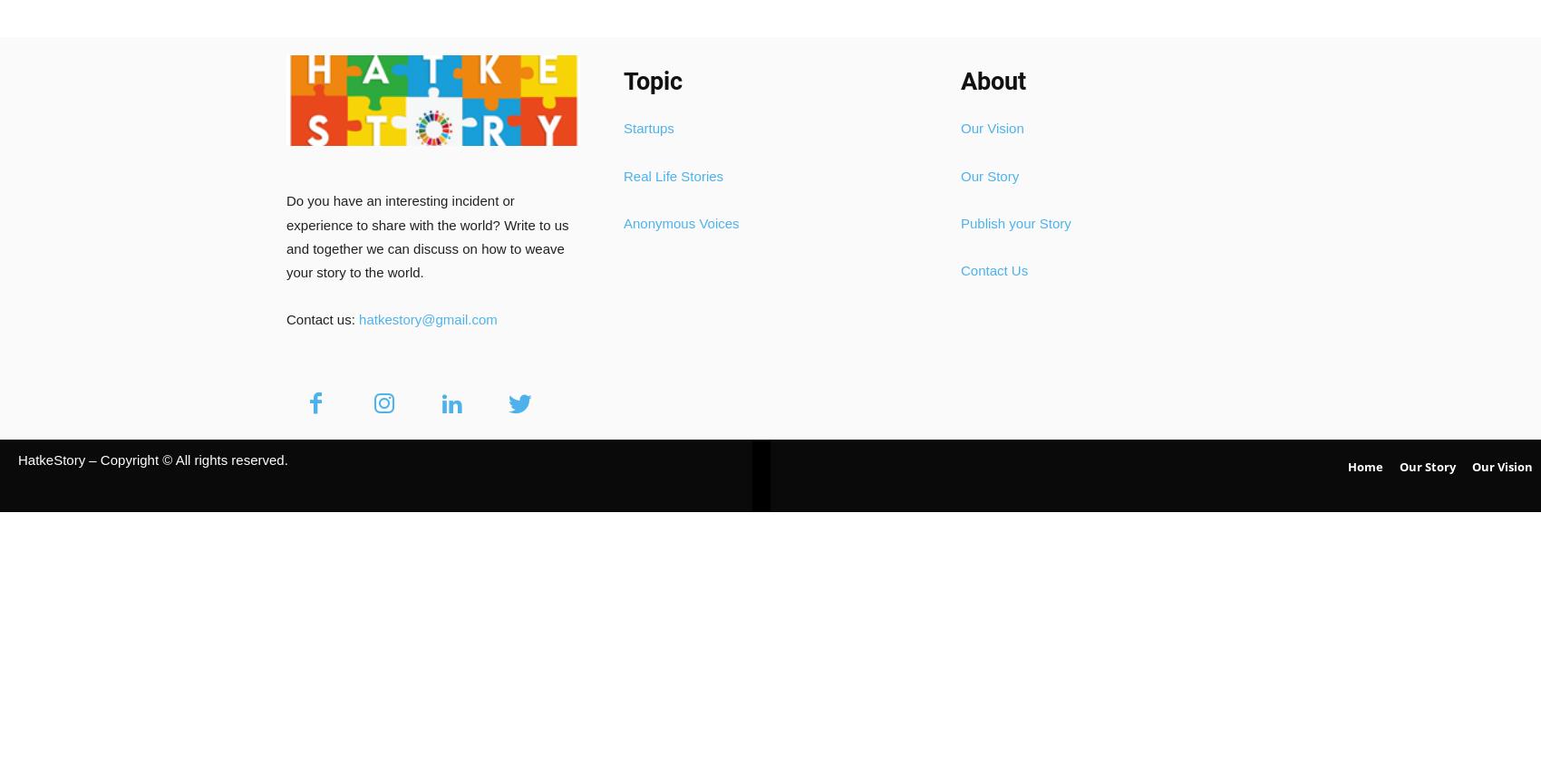  Describe the element at coordinates (992, 128) in the screenshot. I see `'Our Vision'` at that location.